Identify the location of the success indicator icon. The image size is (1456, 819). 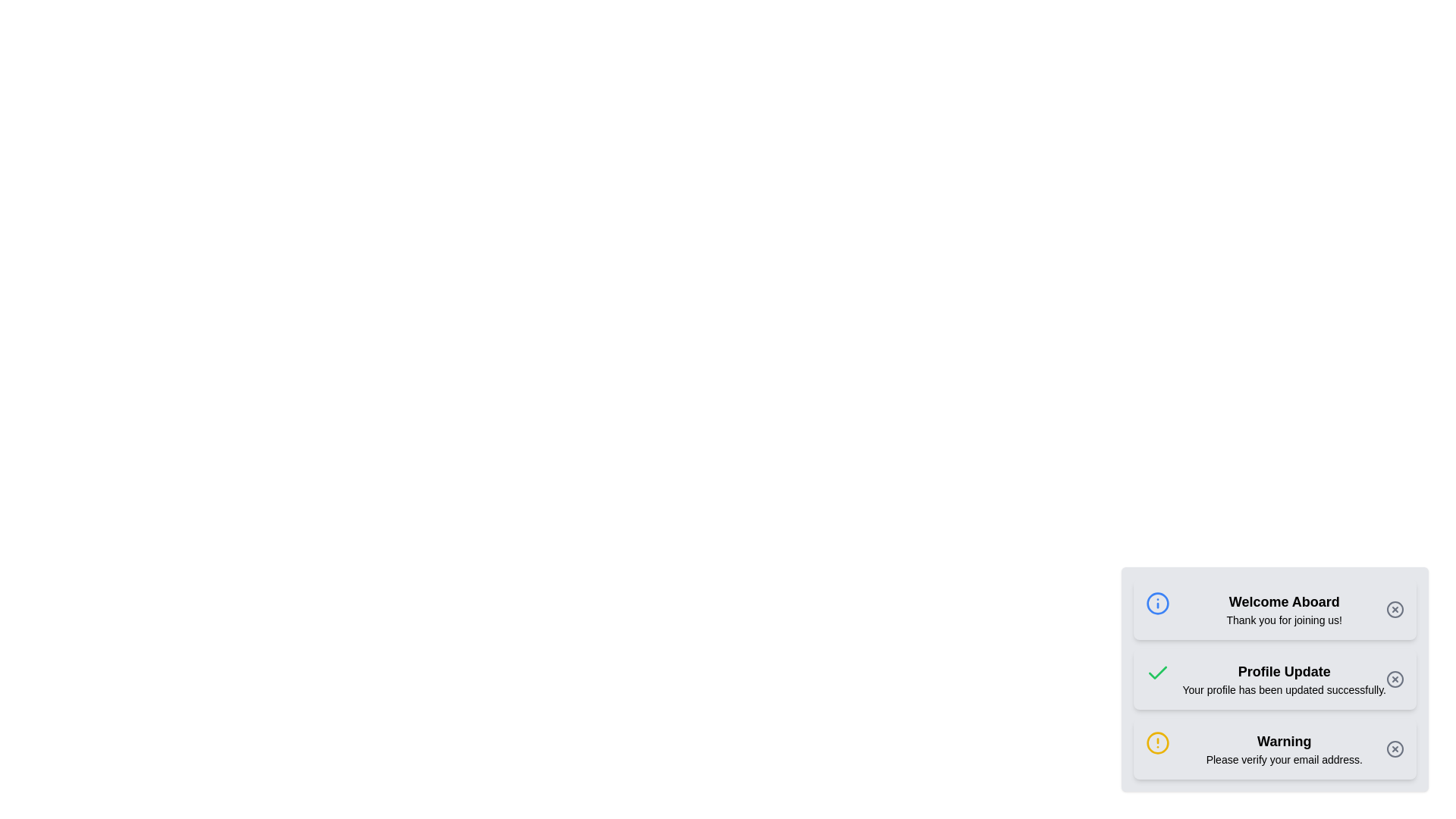
(1157, 678).